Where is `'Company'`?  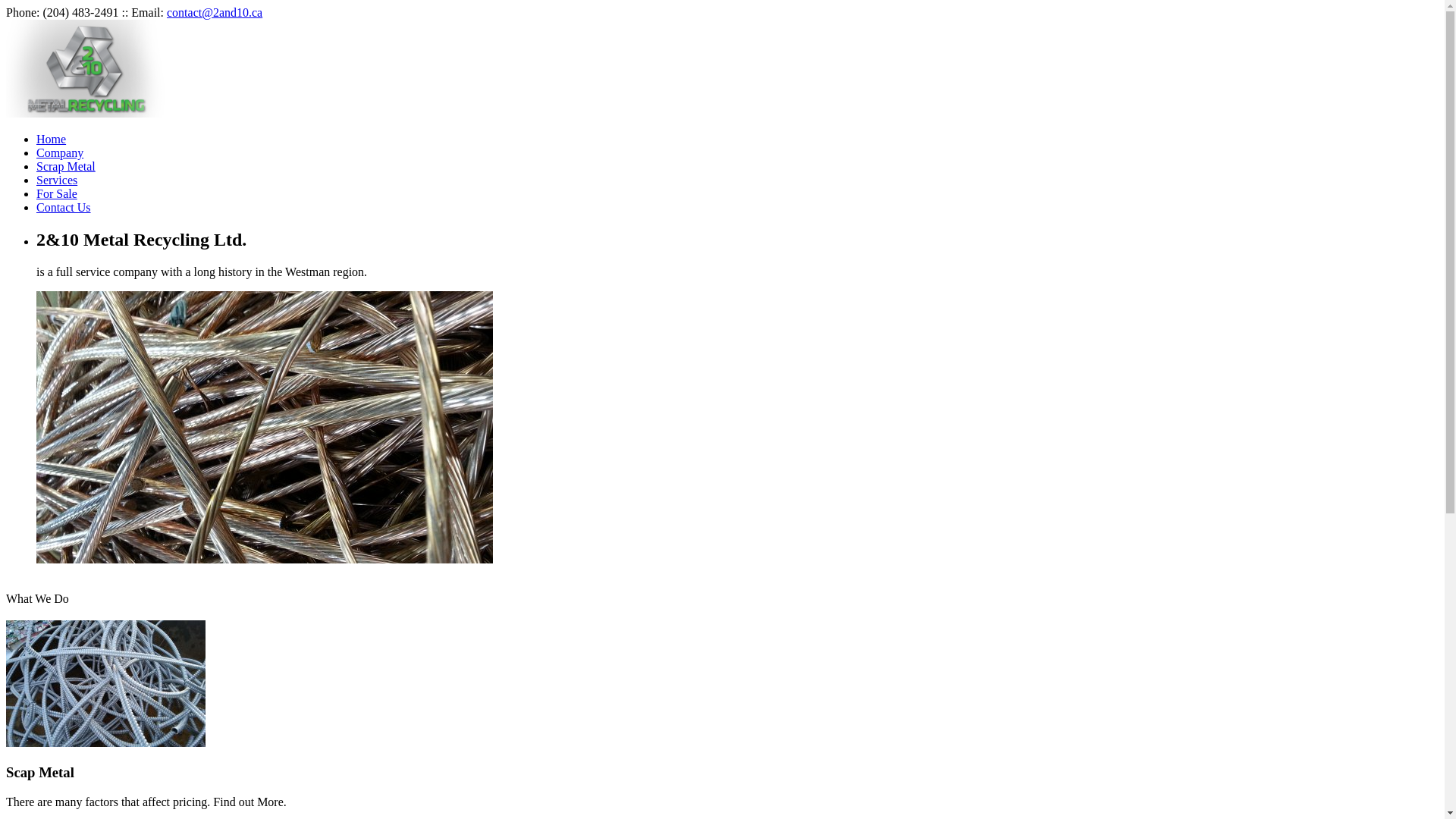
'Company' is located at coordinates (59, 152).